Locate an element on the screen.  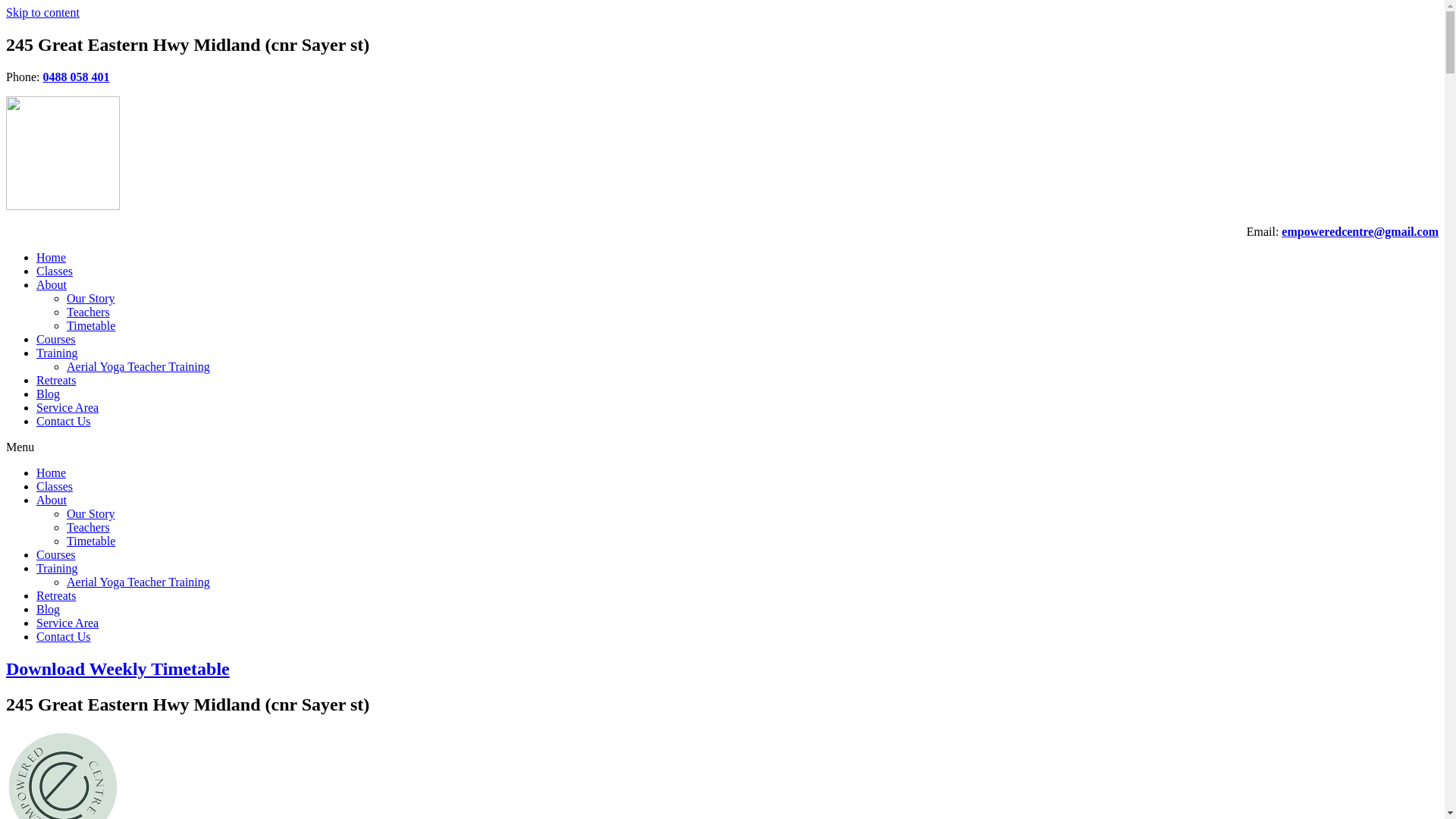
'Blog' is located at coordinates (48, 393).